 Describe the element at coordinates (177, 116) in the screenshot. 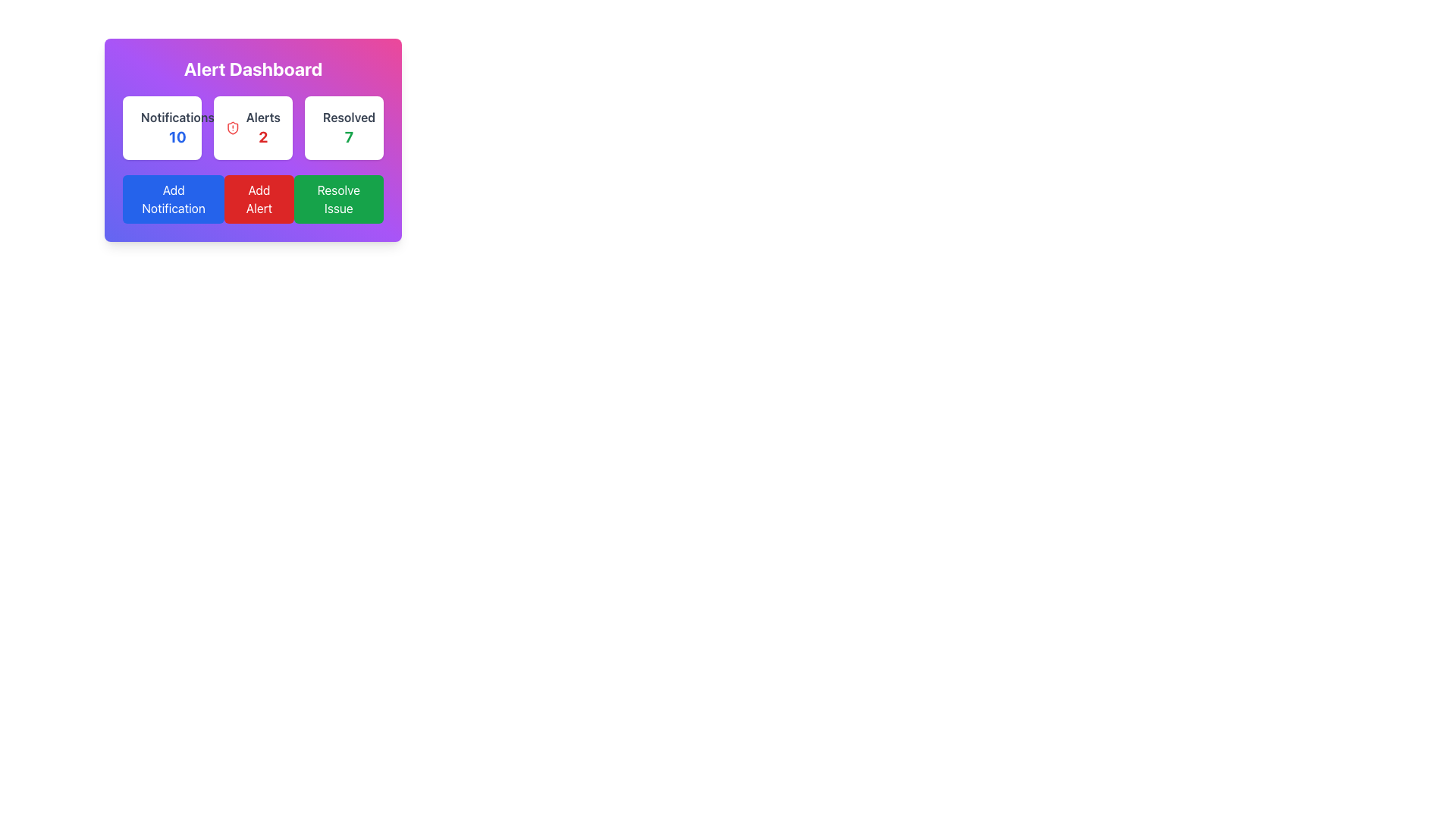

I see `the text label displaying 'Notifications' in gray font, located above the number '10' within a dashboard card on a purple background` at that location.